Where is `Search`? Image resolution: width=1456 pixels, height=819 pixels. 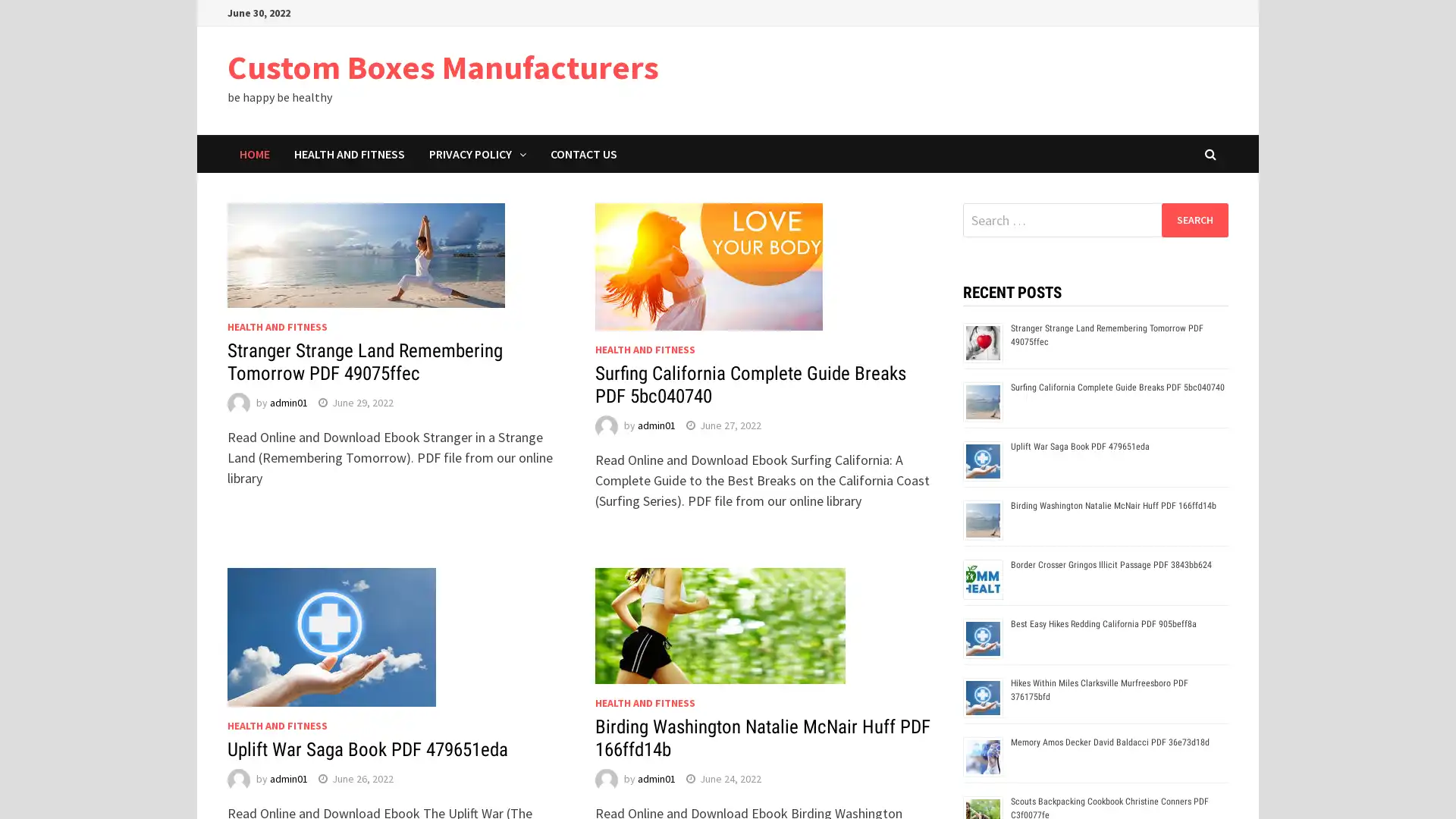 Search is located at coordinates (1194, 219).